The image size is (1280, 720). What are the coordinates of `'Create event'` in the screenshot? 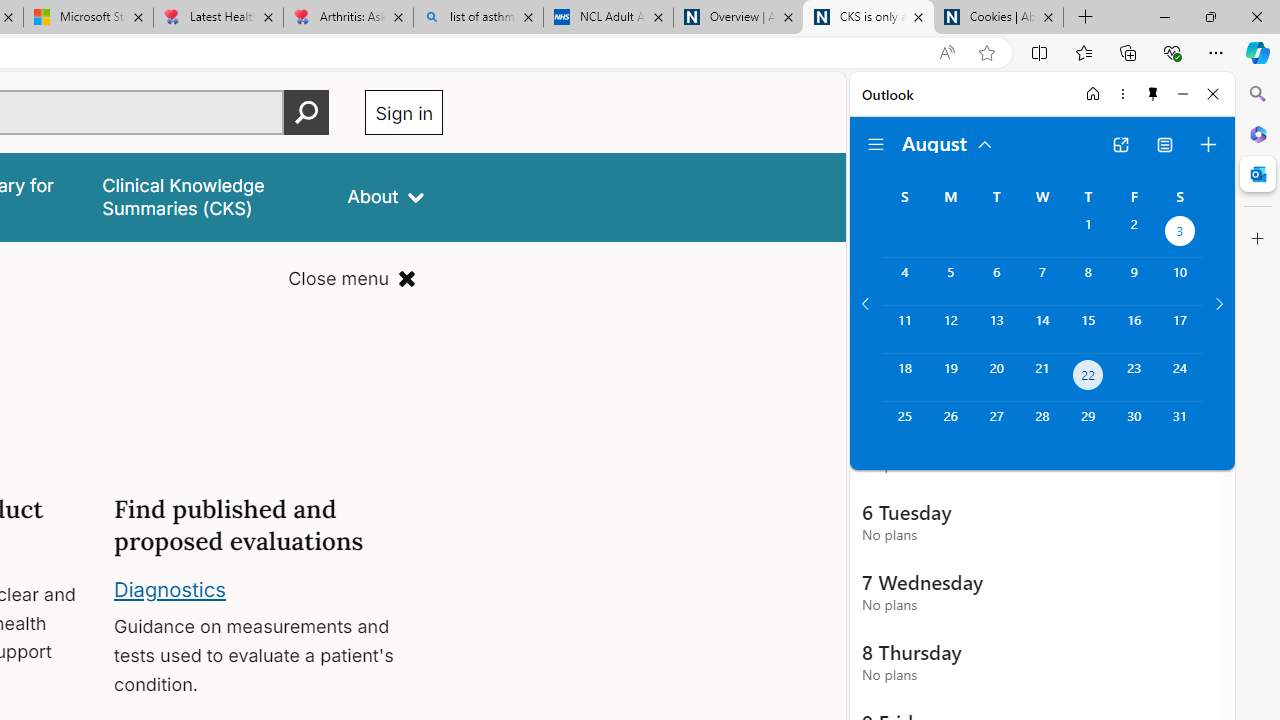 It's located at (1207, 144).